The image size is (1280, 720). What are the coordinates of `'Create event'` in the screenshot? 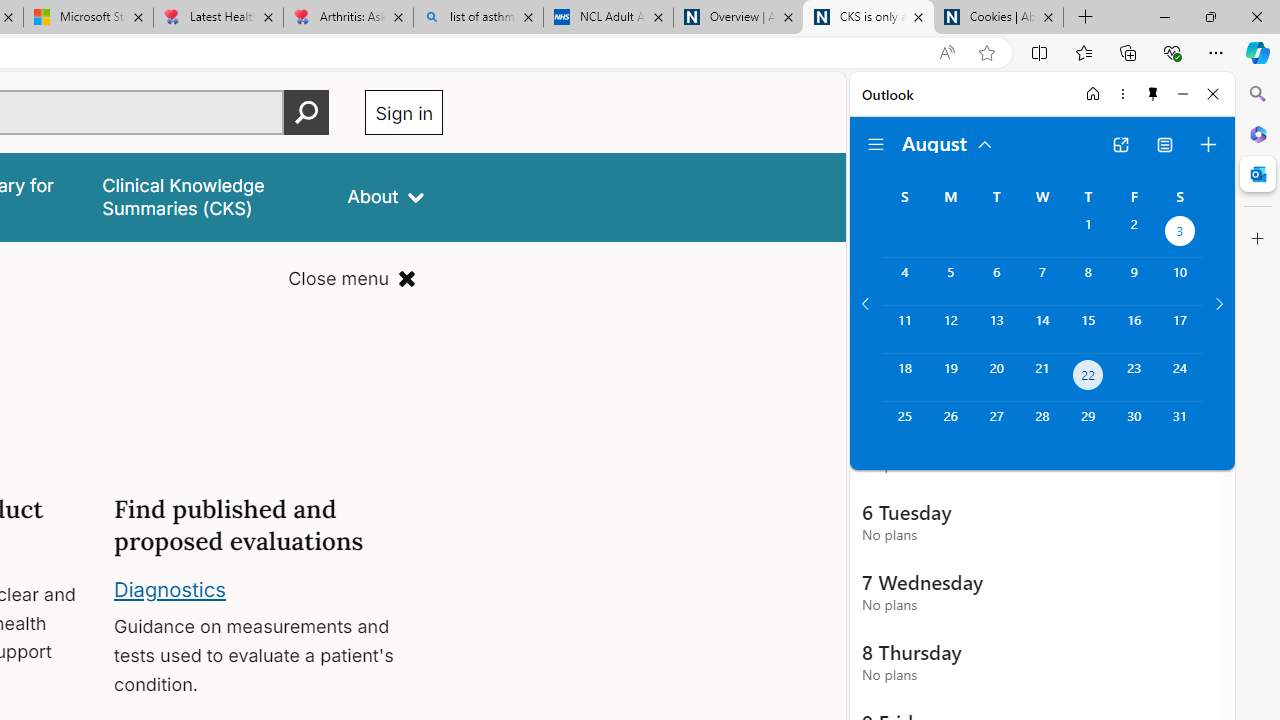 It's located at (1207, 144).